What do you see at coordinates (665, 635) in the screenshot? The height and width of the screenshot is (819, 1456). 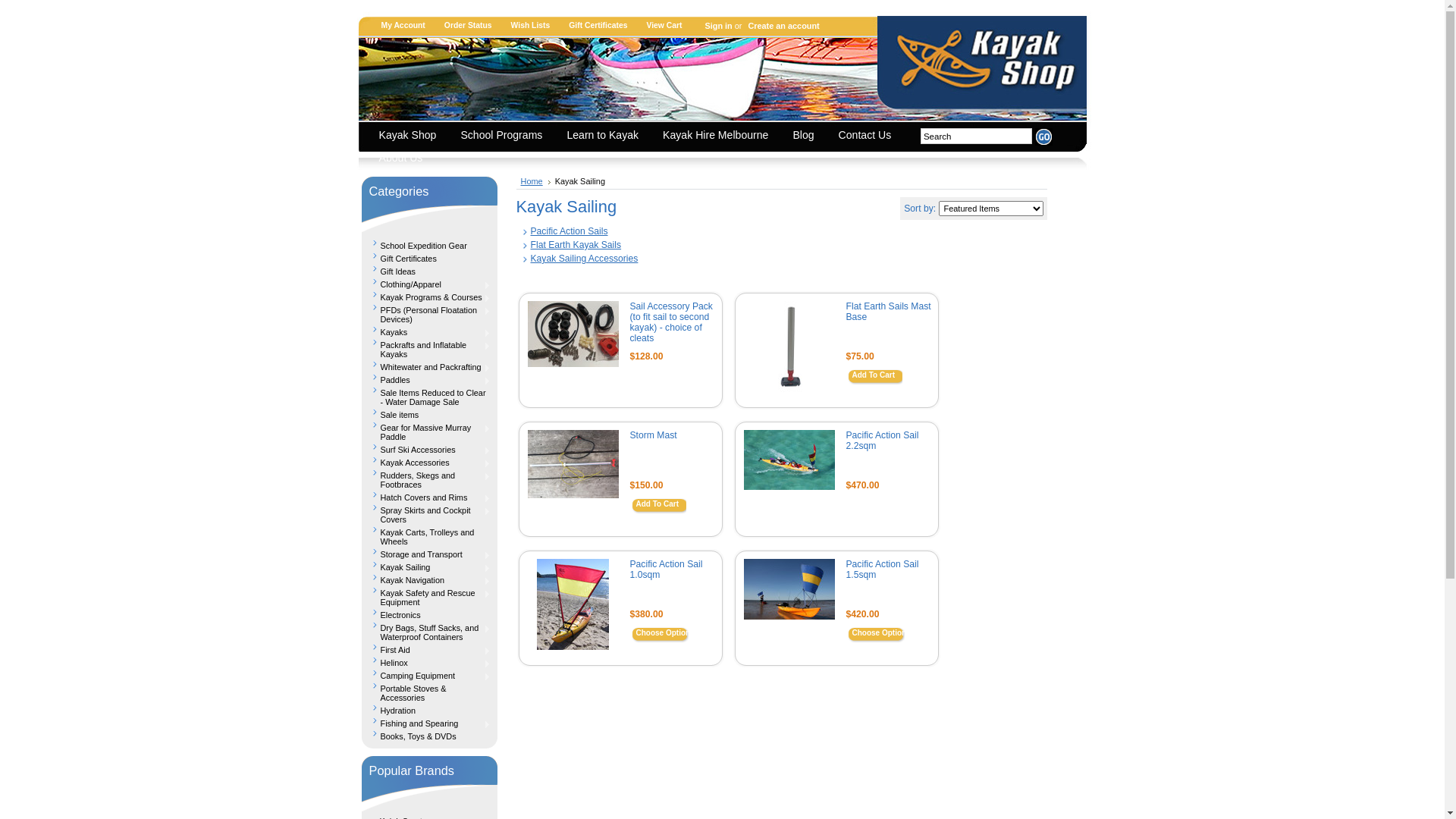 I see `'Choose Options'` at bounding box center [665, 635].